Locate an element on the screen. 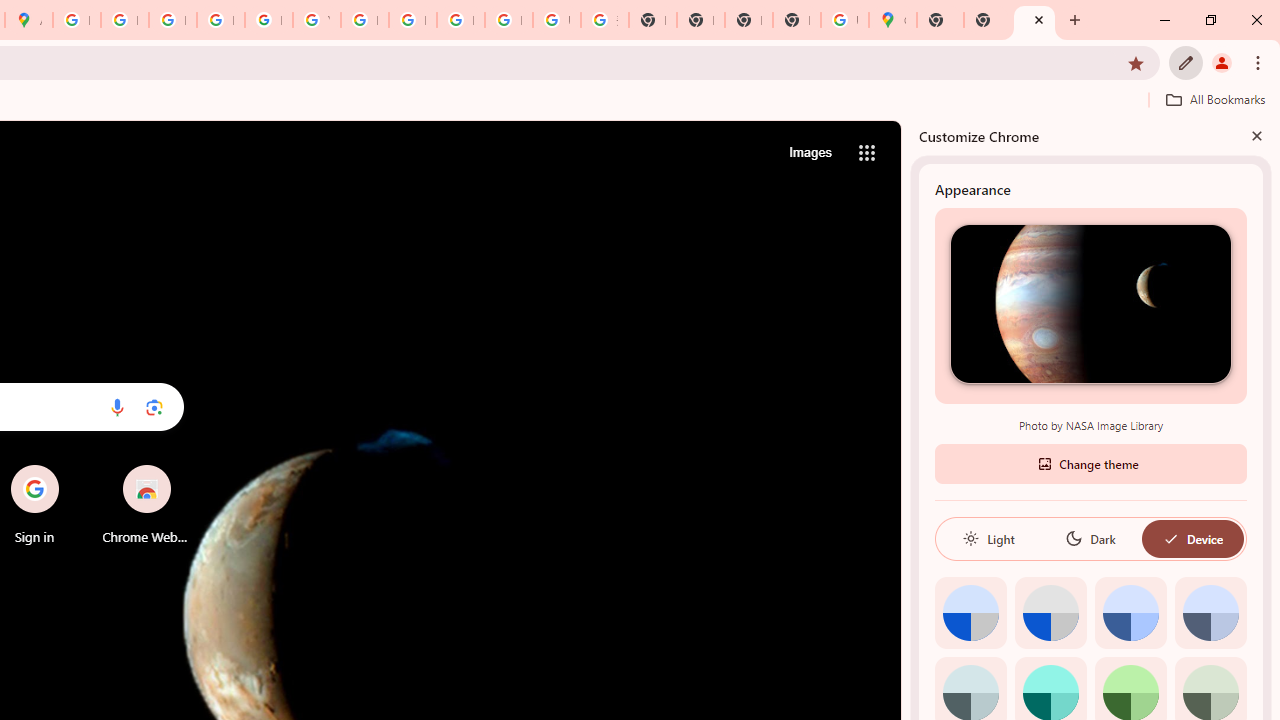 Image resolution: width=1280 pixels, height=720 pixels. 'Default color' is located at coordinates (970, 611).